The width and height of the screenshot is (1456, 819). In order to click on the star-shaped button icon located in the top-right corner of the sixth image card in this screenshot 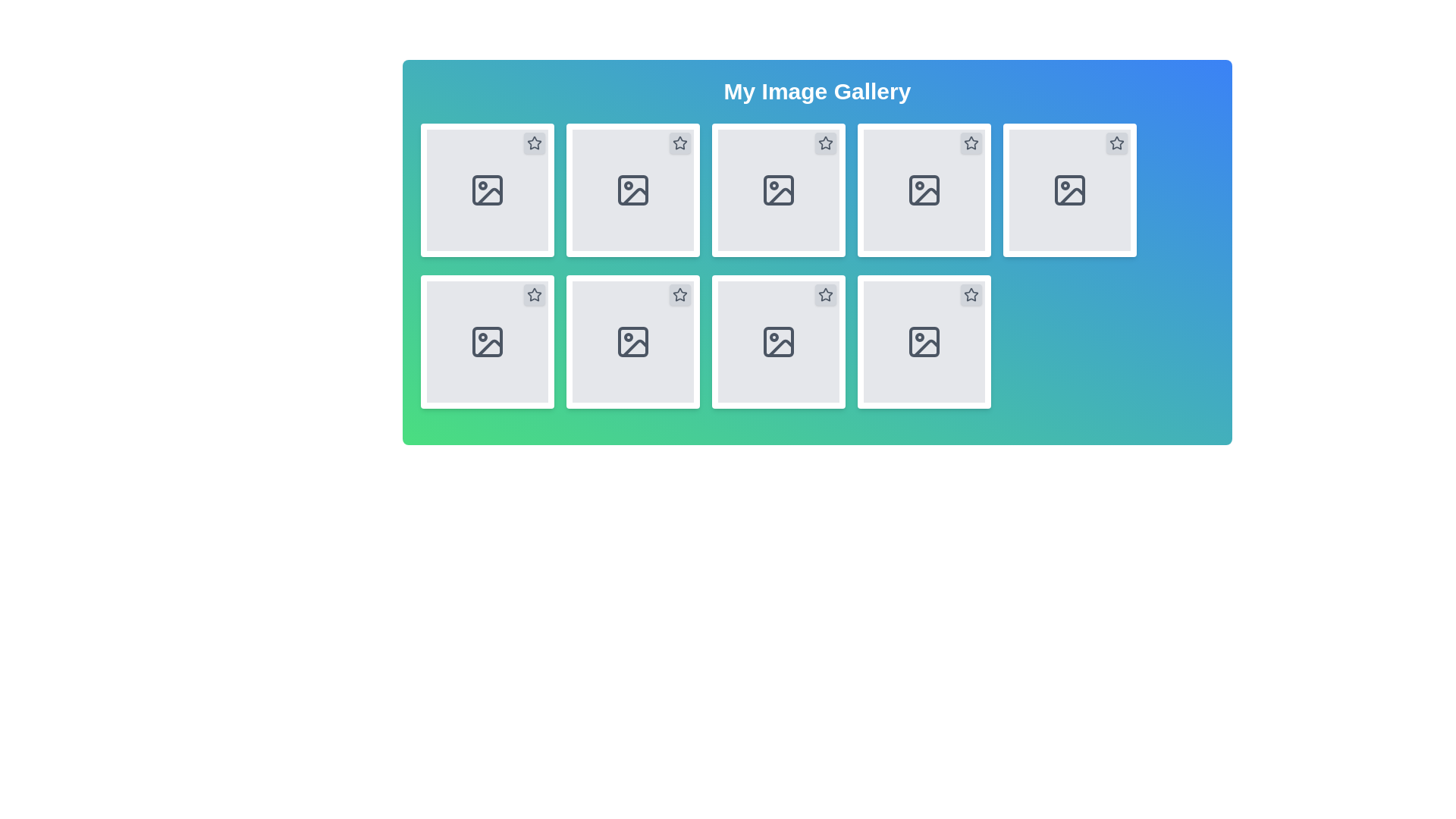, I will do `click(825, 294)`.